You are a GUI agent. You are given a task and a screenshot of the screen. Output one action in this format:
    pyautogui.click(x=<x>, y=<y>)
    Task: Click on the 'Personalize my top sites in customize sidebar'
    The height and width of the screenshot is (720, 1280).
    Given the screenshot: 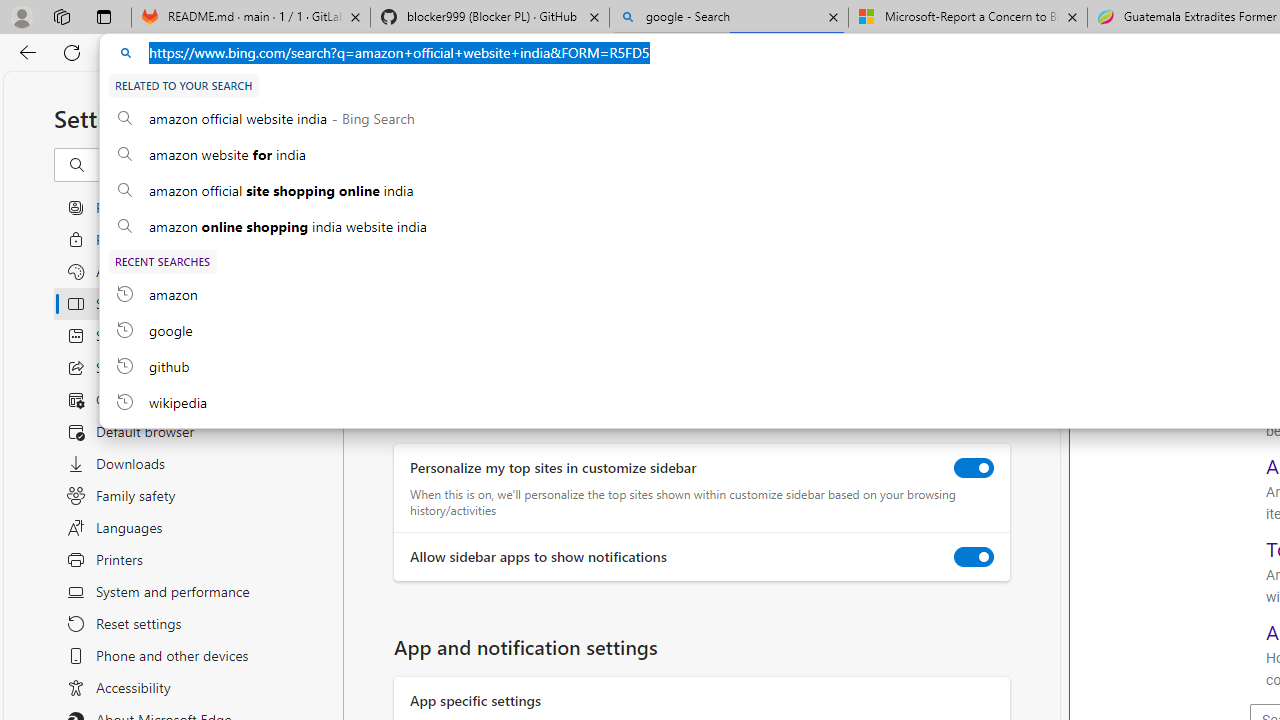 What is the action you would take?
    pyautogui.click(x=974, y=468)
    